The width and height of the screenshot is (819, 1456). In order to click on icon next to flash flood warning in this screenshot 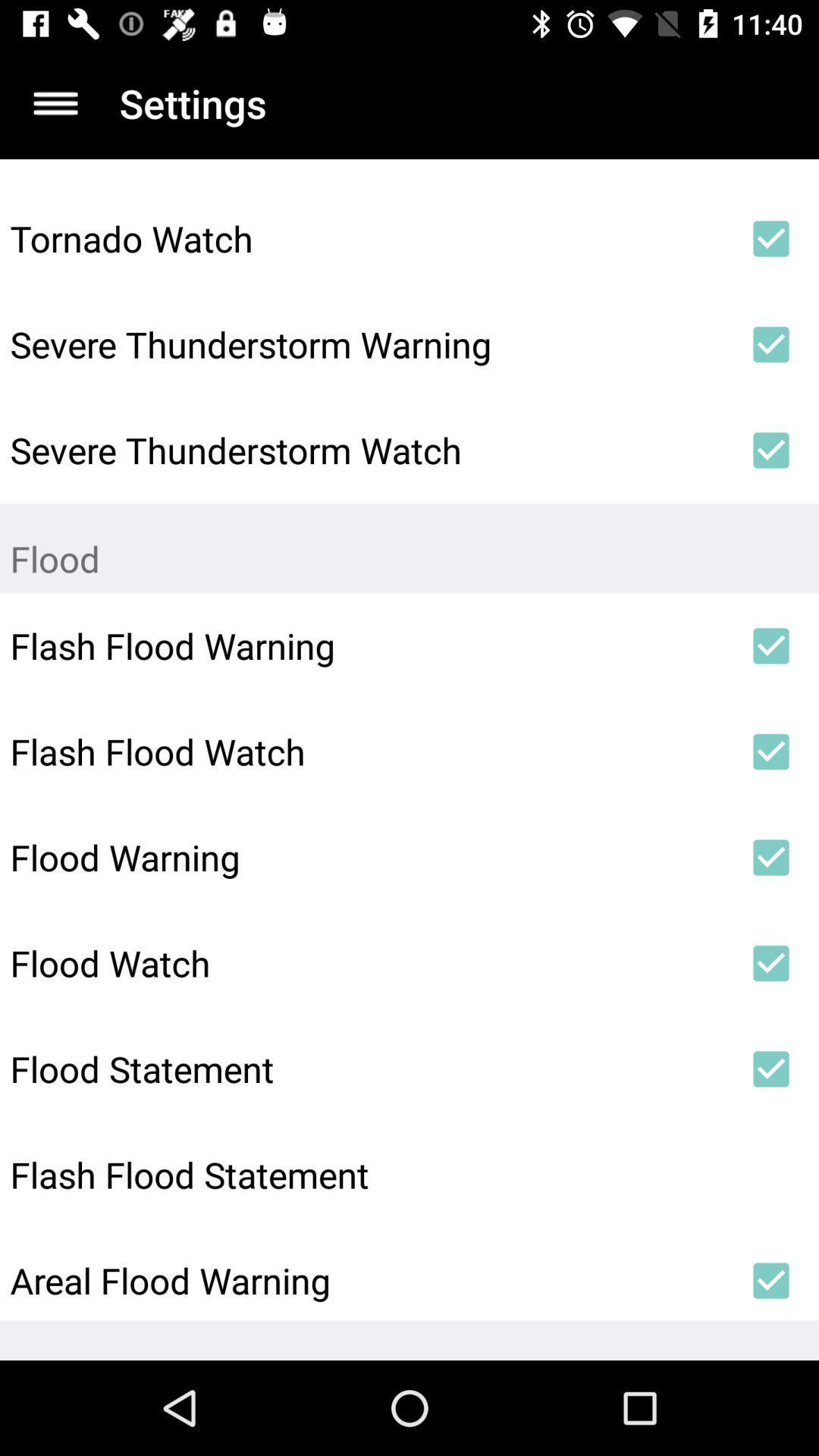, I will do `click(771, 645)`.